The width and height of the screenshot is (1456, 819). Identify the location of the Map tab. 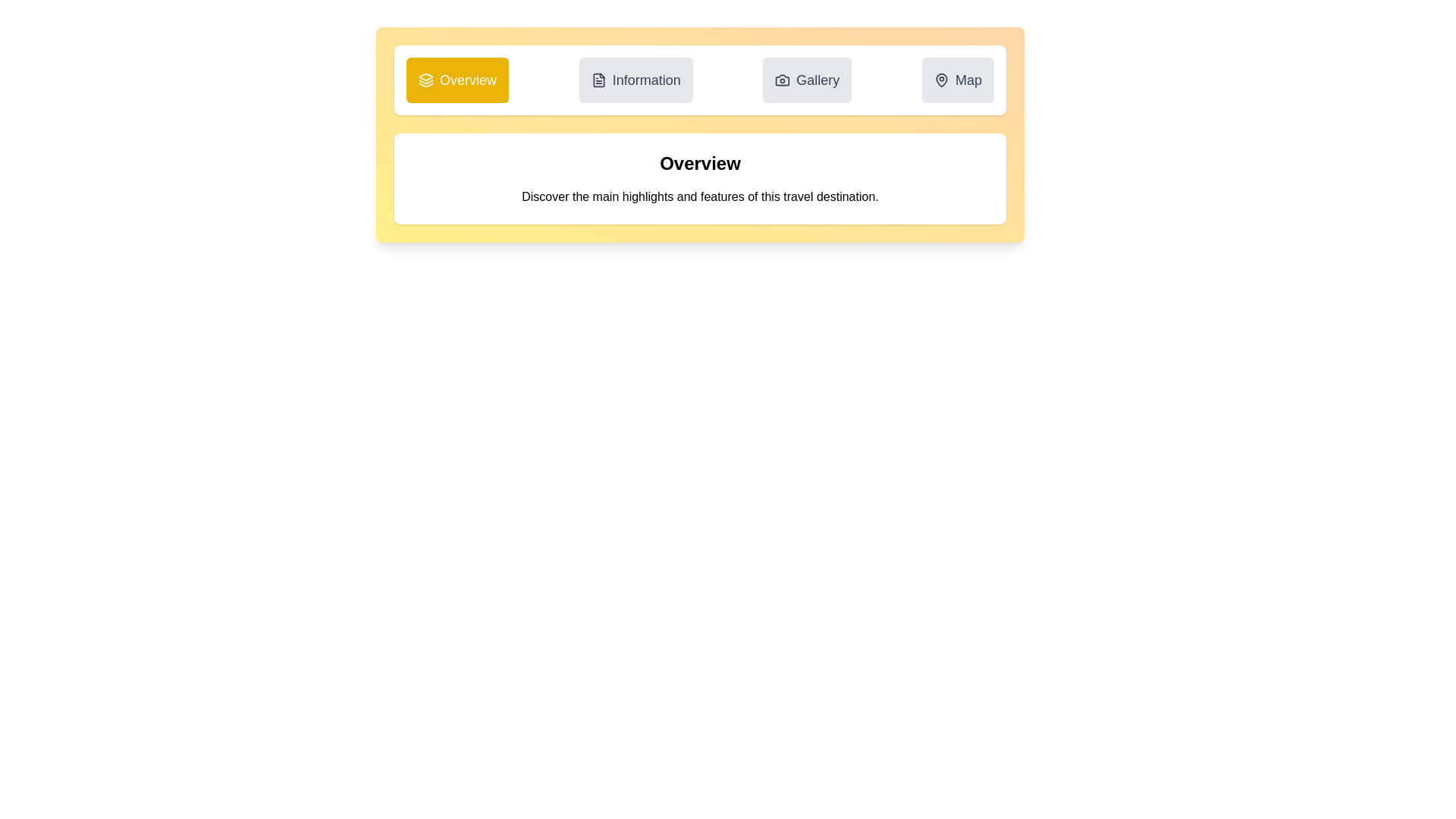
(957, 80).